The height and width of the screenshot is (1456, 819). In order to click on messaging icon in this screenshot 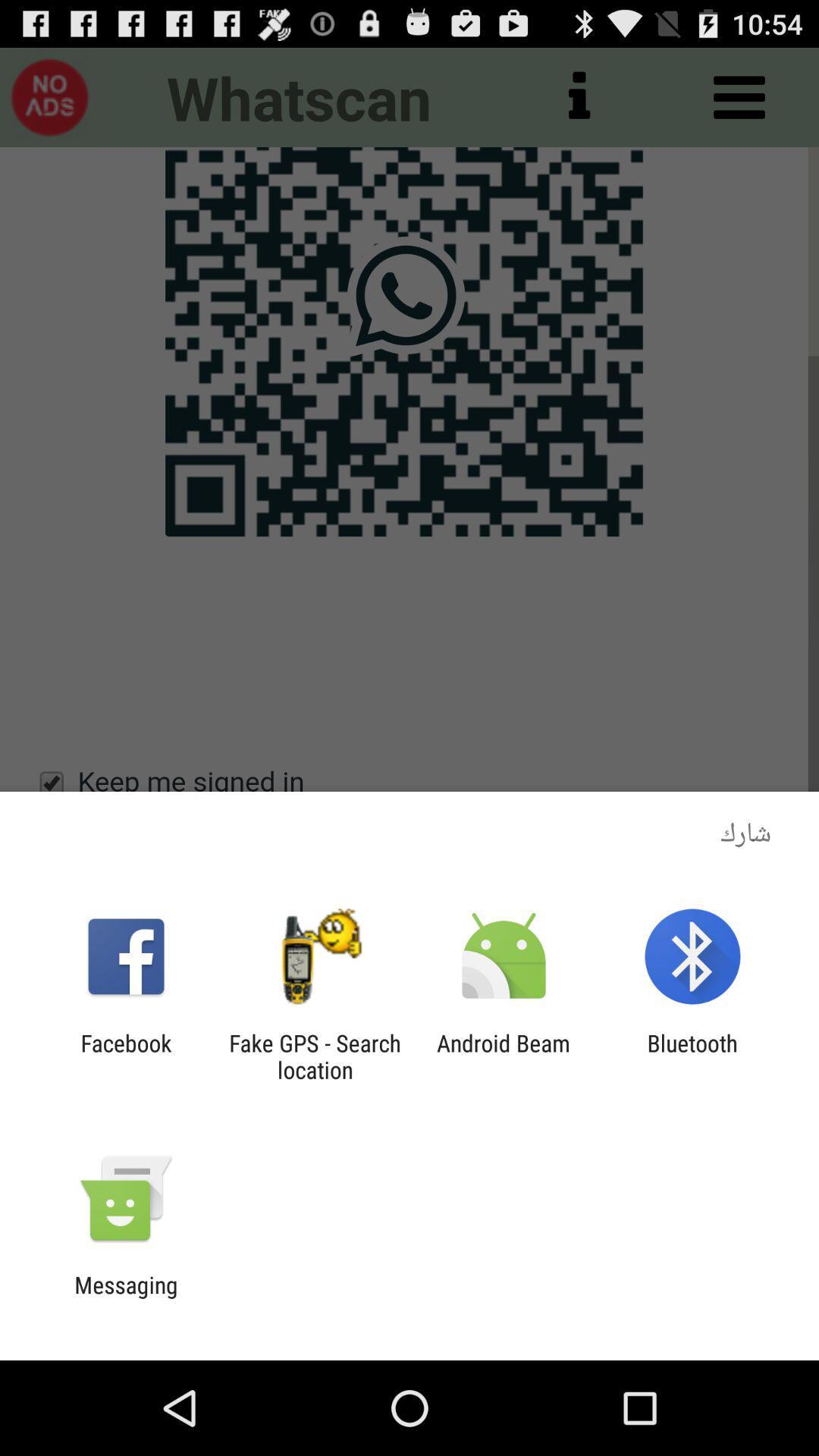, I will do `click(125, 1298)`.